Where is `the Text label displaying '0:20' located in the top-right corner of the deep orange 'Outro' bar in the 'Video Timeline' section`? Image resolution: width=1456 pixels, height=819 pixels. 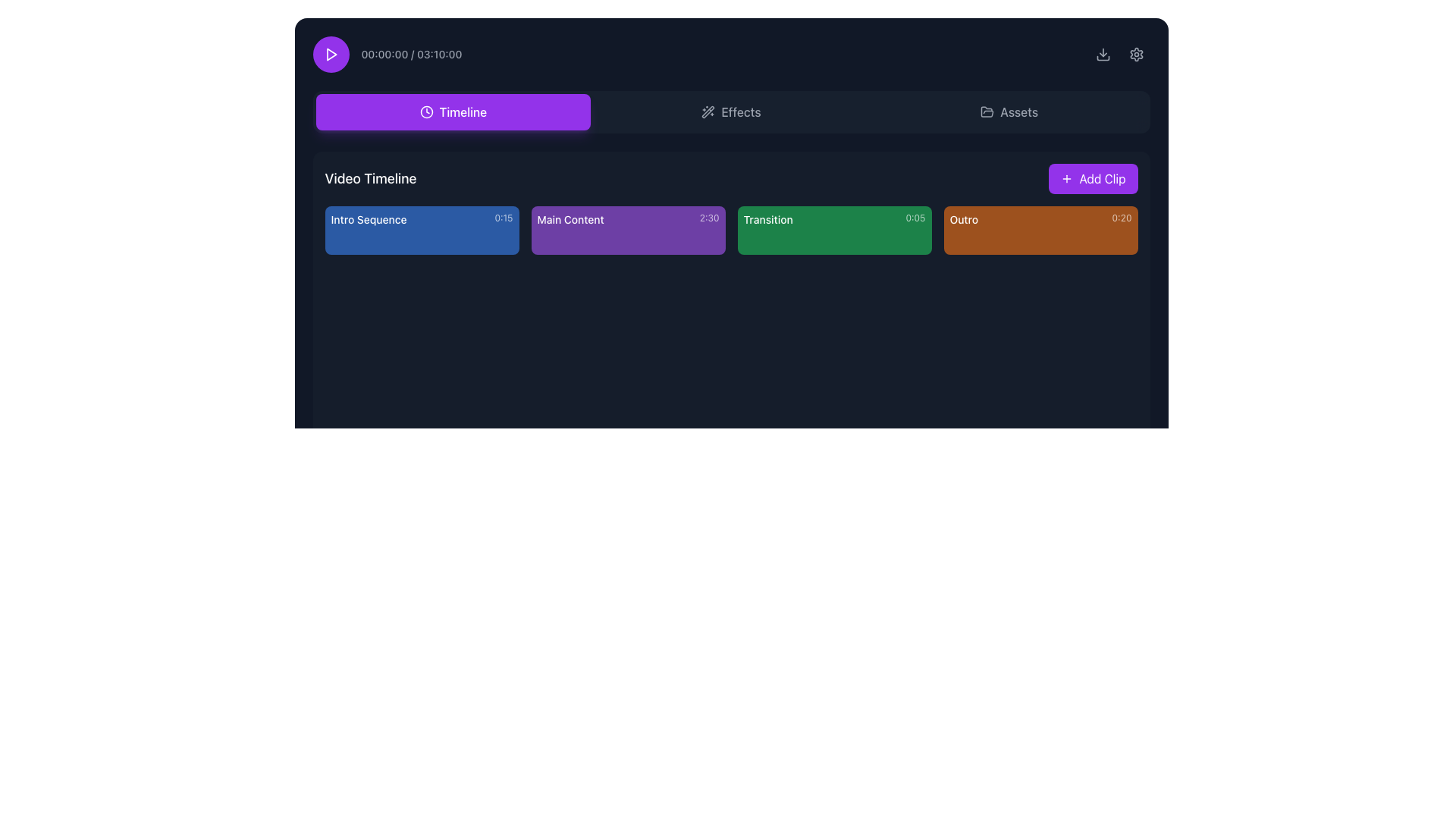
the Text label displaying '0:20' located in the top-right corner of the deep orange 'Outro' bar in the 'Video Timeline' section is located at coordinates (1122, 218).